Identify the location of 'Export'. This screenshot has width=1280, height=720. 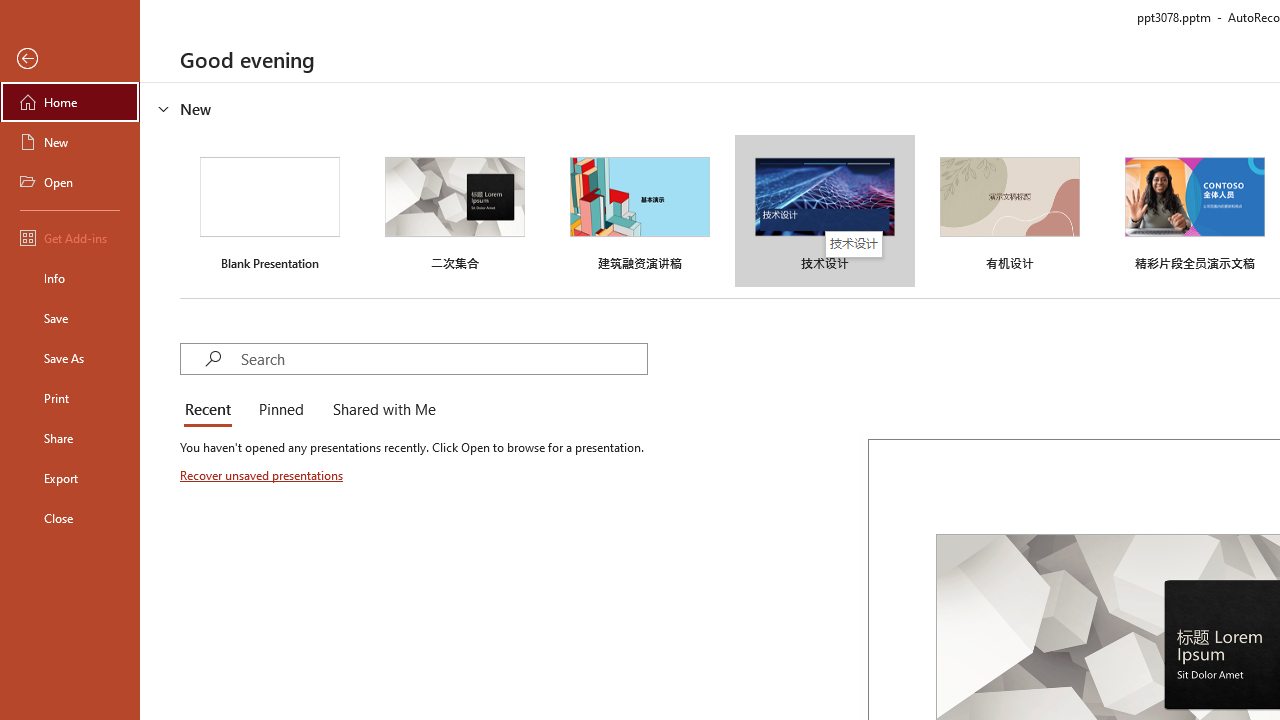
(69, 478).